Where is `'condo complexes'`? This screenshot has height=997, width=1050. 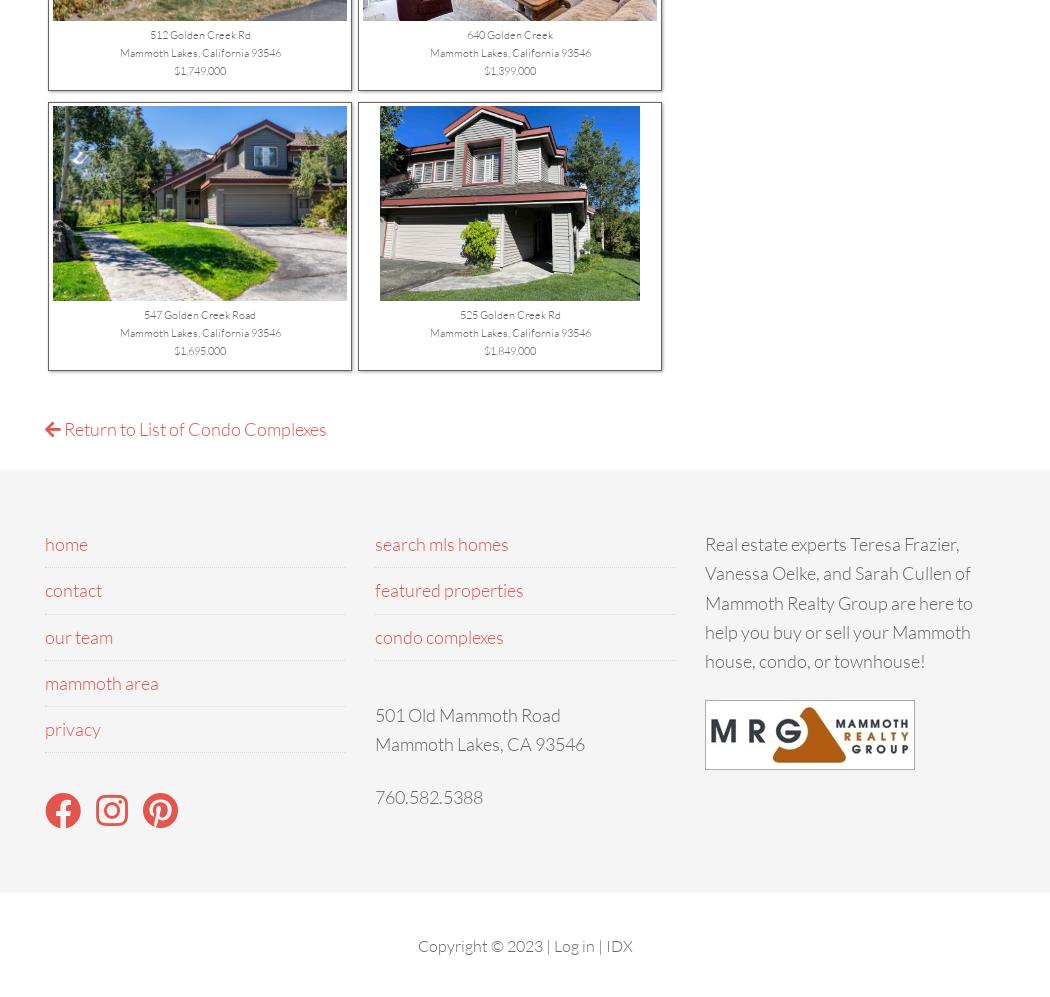
'condo complexes' is located at coordinates (373, 635).